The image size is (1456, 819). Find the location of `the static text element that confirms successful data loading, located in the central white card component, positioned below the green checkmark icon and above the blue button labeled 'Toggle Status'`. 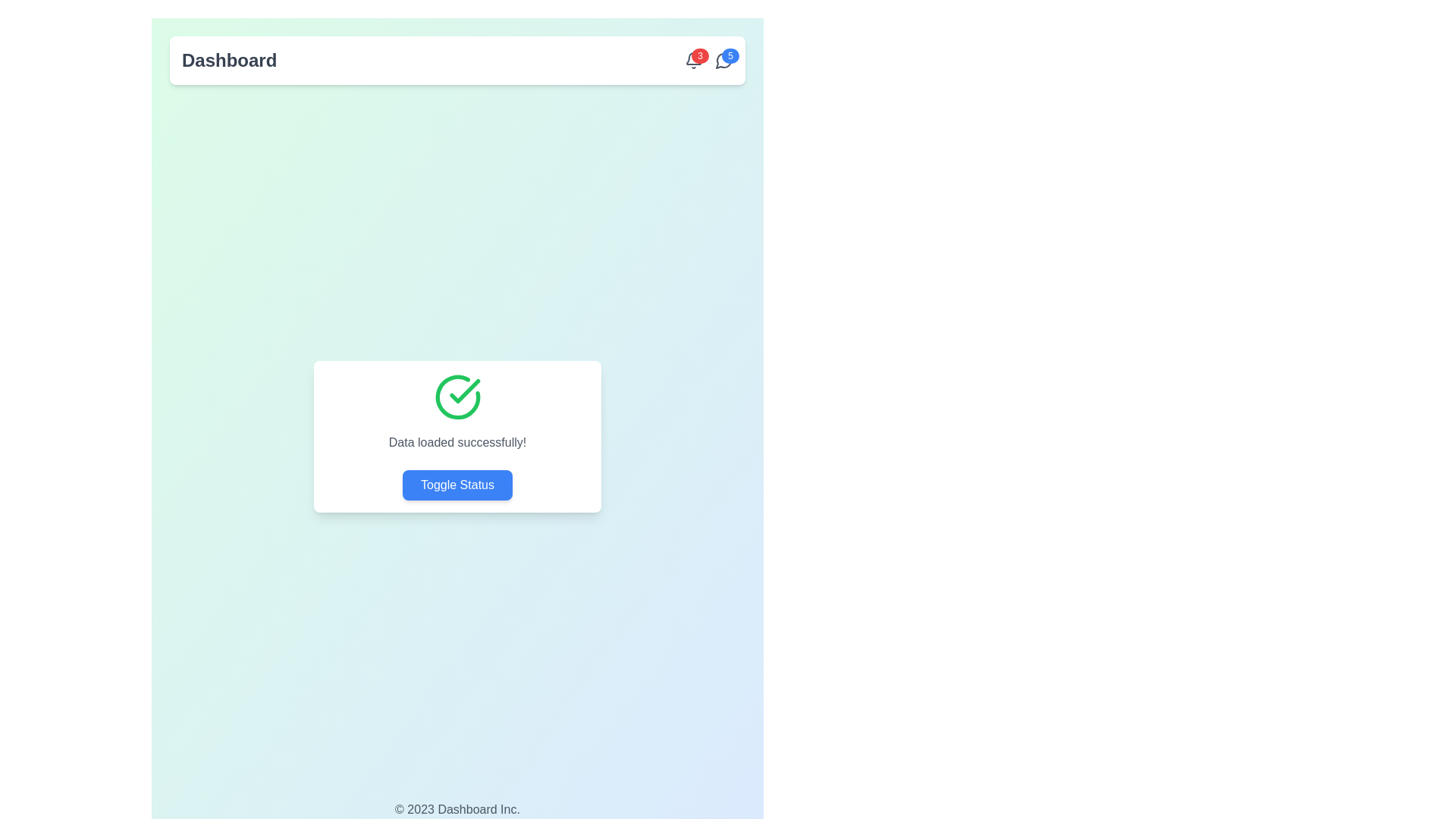

the static text element that confirms successful data loading, located in the central white card component, positioned below the green checkmark icon and above the blue button labeled 'Toggle Status' is located at coordinates (457, 442).